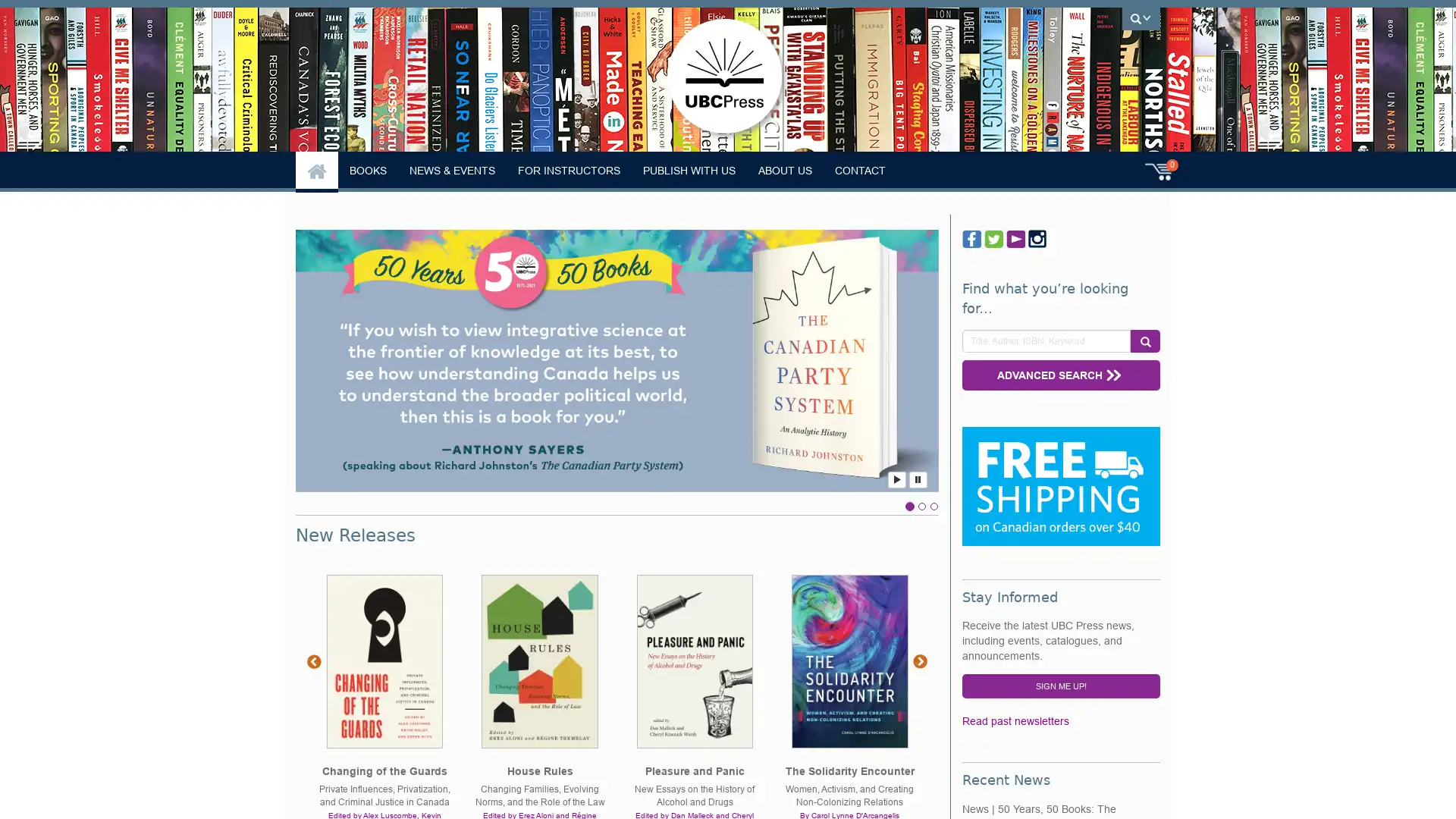 This screenshot has height=819, width=1456. Describe the element at coordinates (368, 170) in the screenshot. I see `BOOKS` at that location.